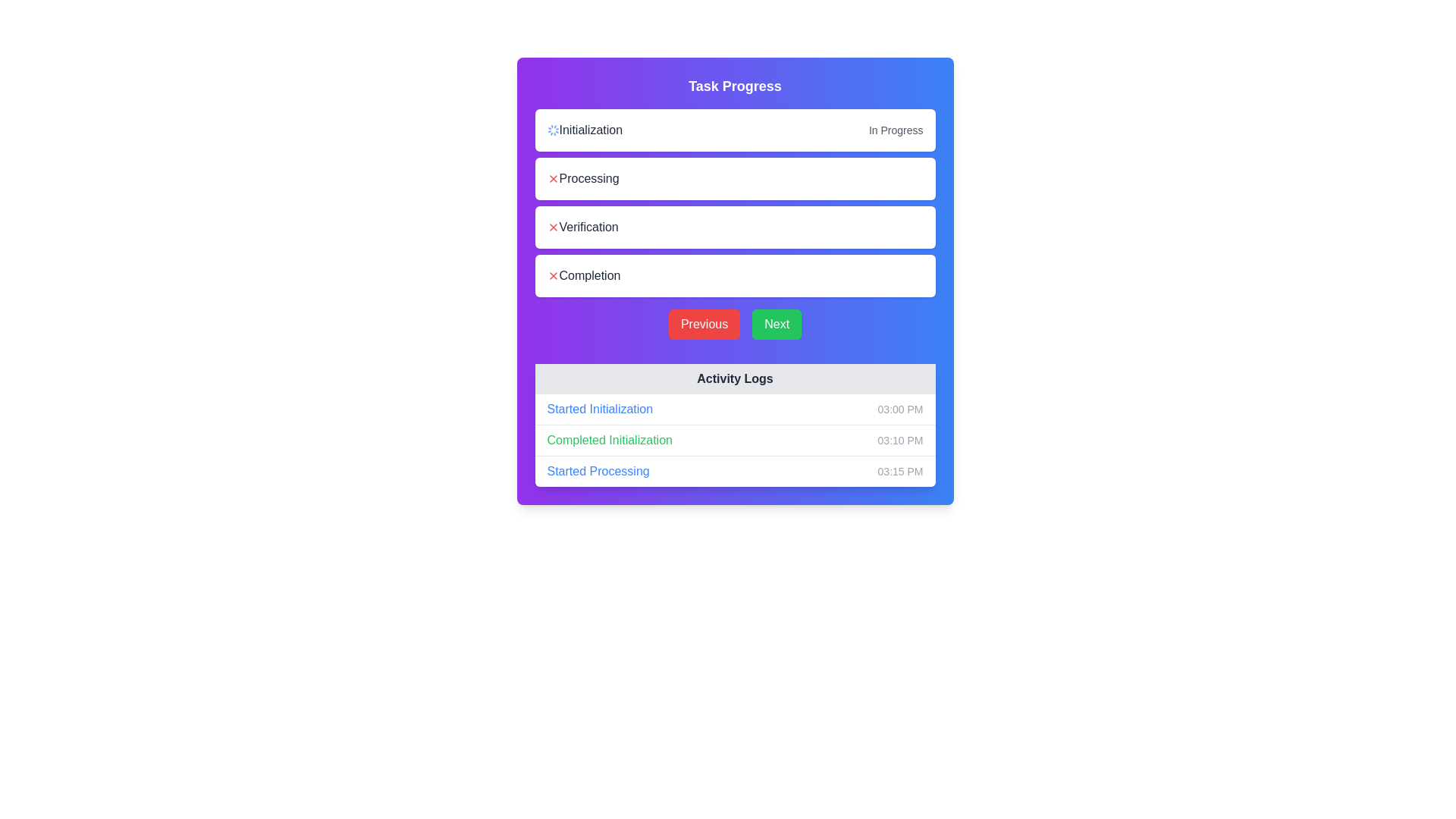  Describe the element at coordinates (735, 202) in the screenshot. I see `the second step indicator of the multi-step process in the 'Task Progress' section` at that location.